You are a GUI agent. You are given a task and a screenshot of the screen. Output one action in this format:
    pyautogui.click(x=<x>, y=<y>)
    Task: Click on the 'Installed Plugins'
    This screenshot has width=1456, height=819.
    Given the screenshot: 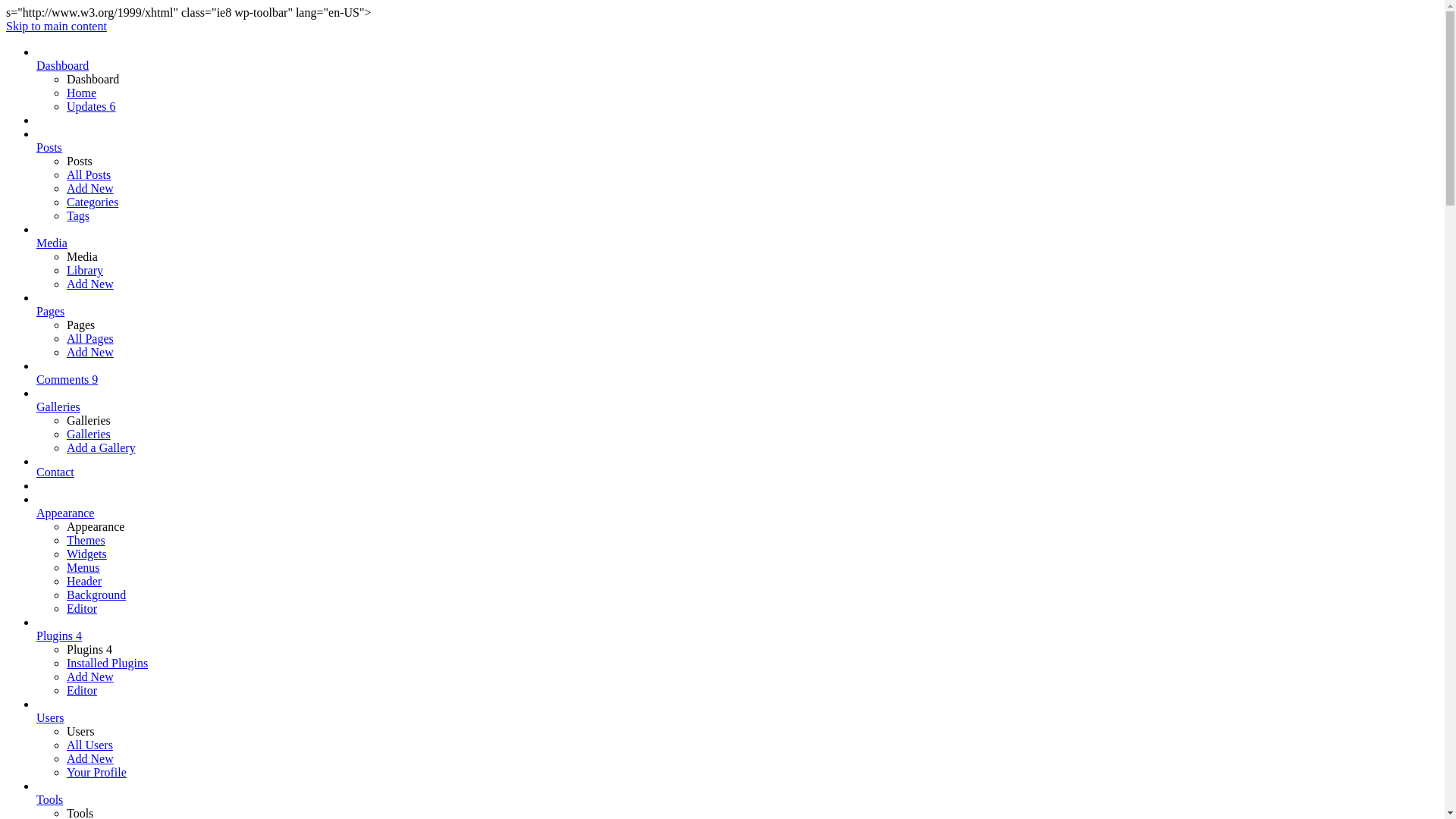 What is the action you would take?
    pyautogui.click(x=65, y=662)
    